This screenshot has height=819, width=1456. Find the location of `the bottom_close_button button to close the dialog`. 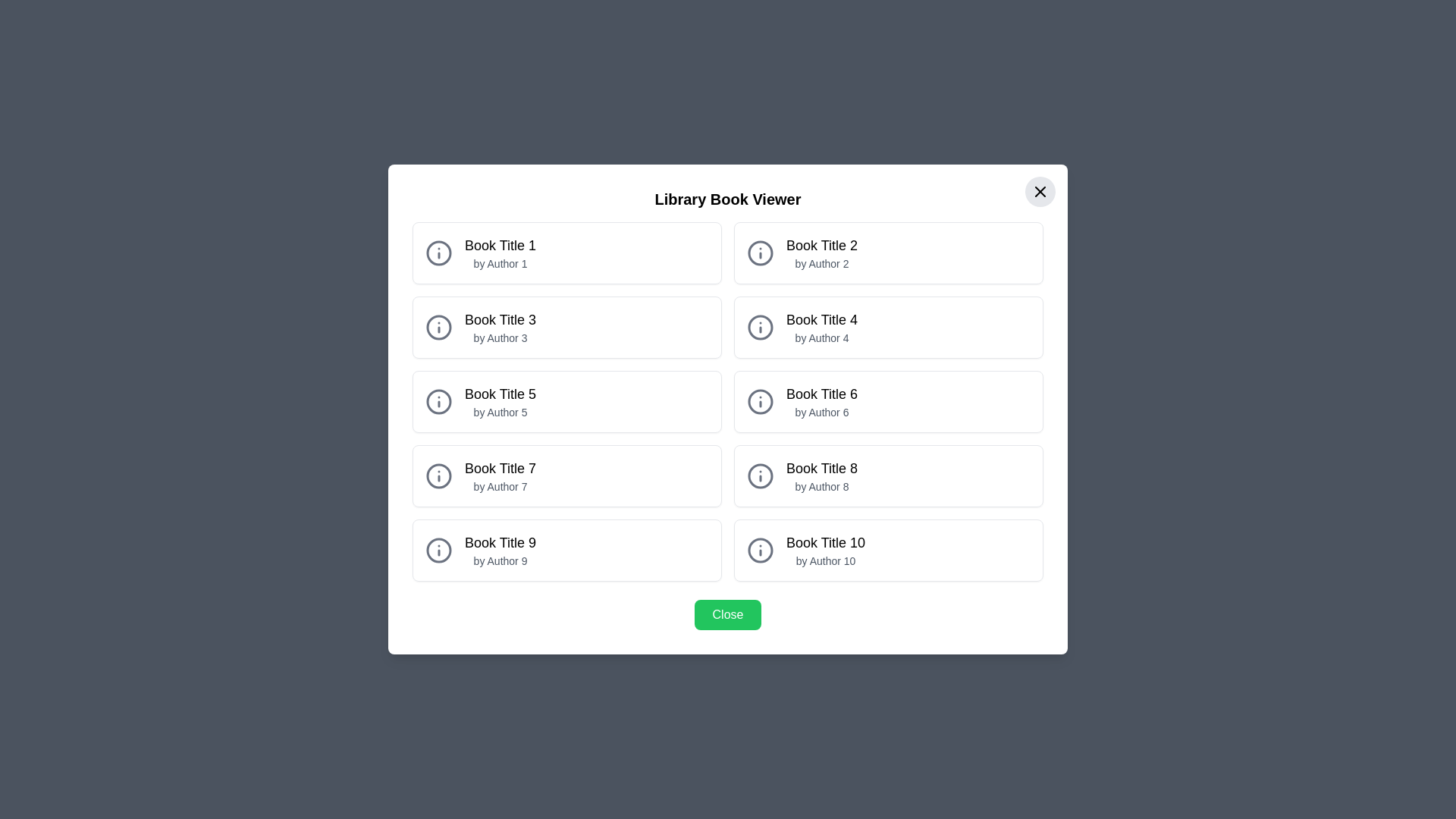

the bottom_close_button button to close the dialog is located at coordinates (728, 614).